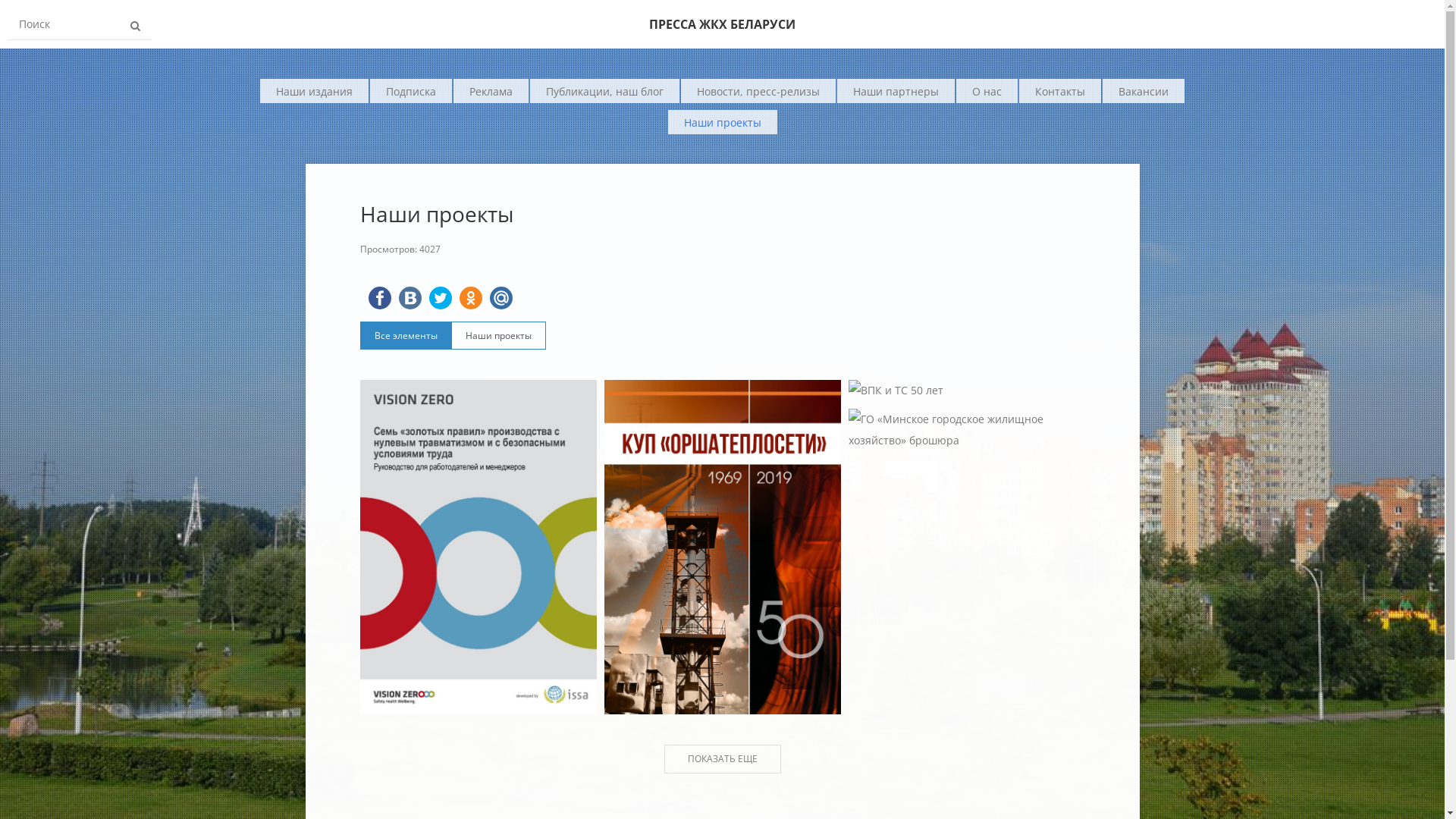 This screenshot has height=819, width=1456. Describe the element at coordinates (379, 298) in the screenshot. I see `'FaceBook'` at that location.